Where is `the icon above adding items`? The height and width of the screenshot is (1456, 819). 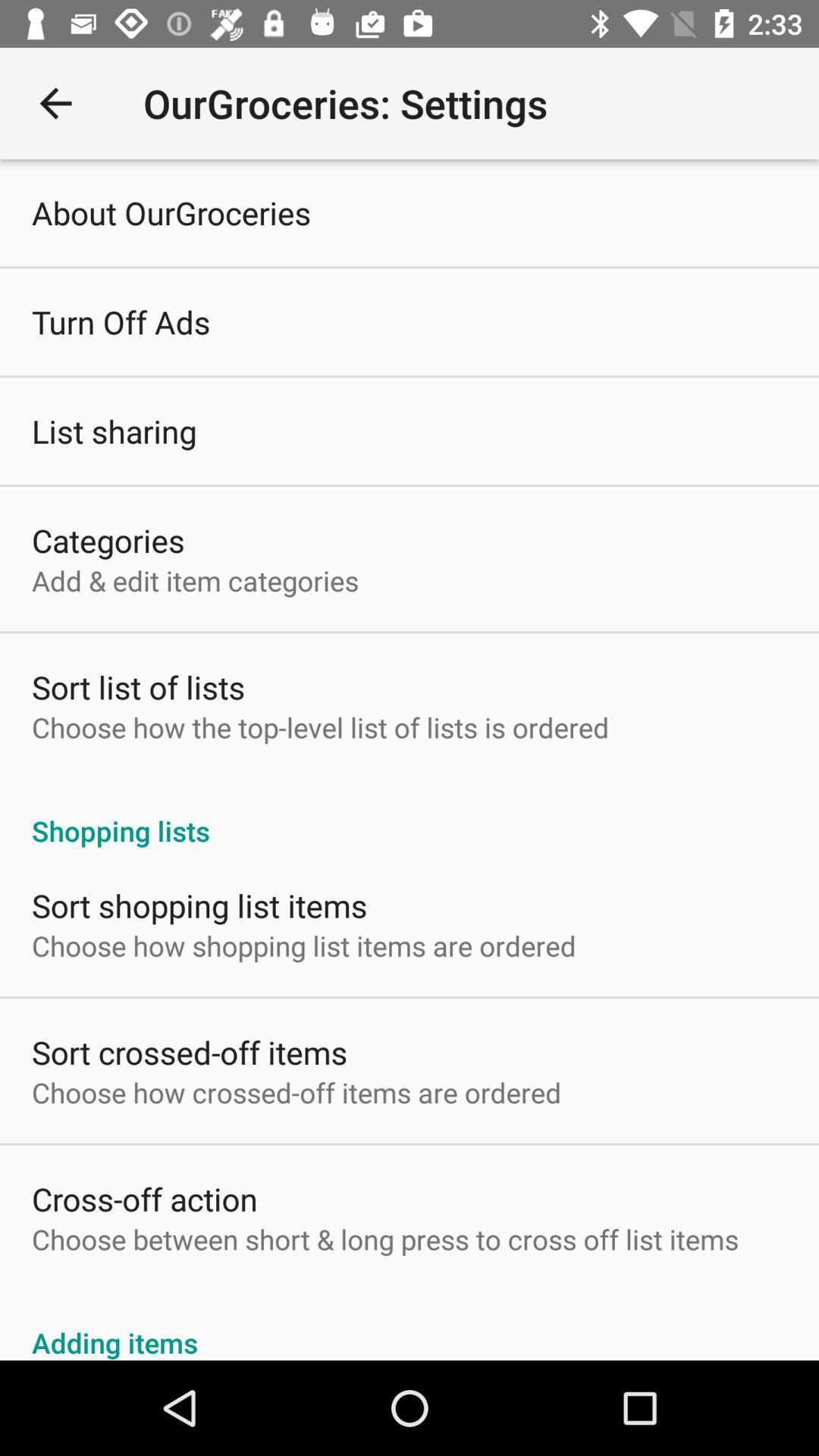 the icon above adding items is located at coordinates (384, 1239).